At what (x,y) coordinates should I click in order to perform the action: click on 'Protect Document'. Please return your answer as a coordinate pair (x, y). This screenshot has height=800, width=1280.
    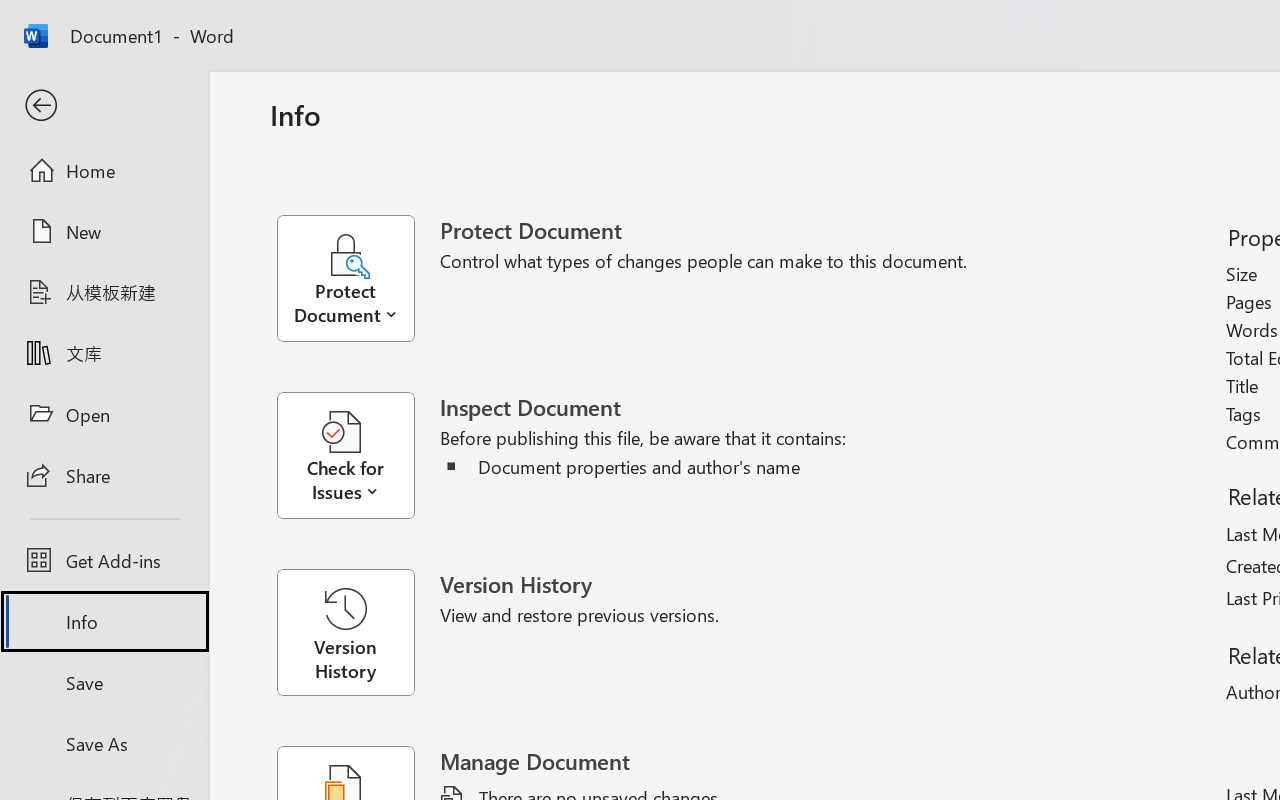
    Looking at the image, I should click on (358, 278).